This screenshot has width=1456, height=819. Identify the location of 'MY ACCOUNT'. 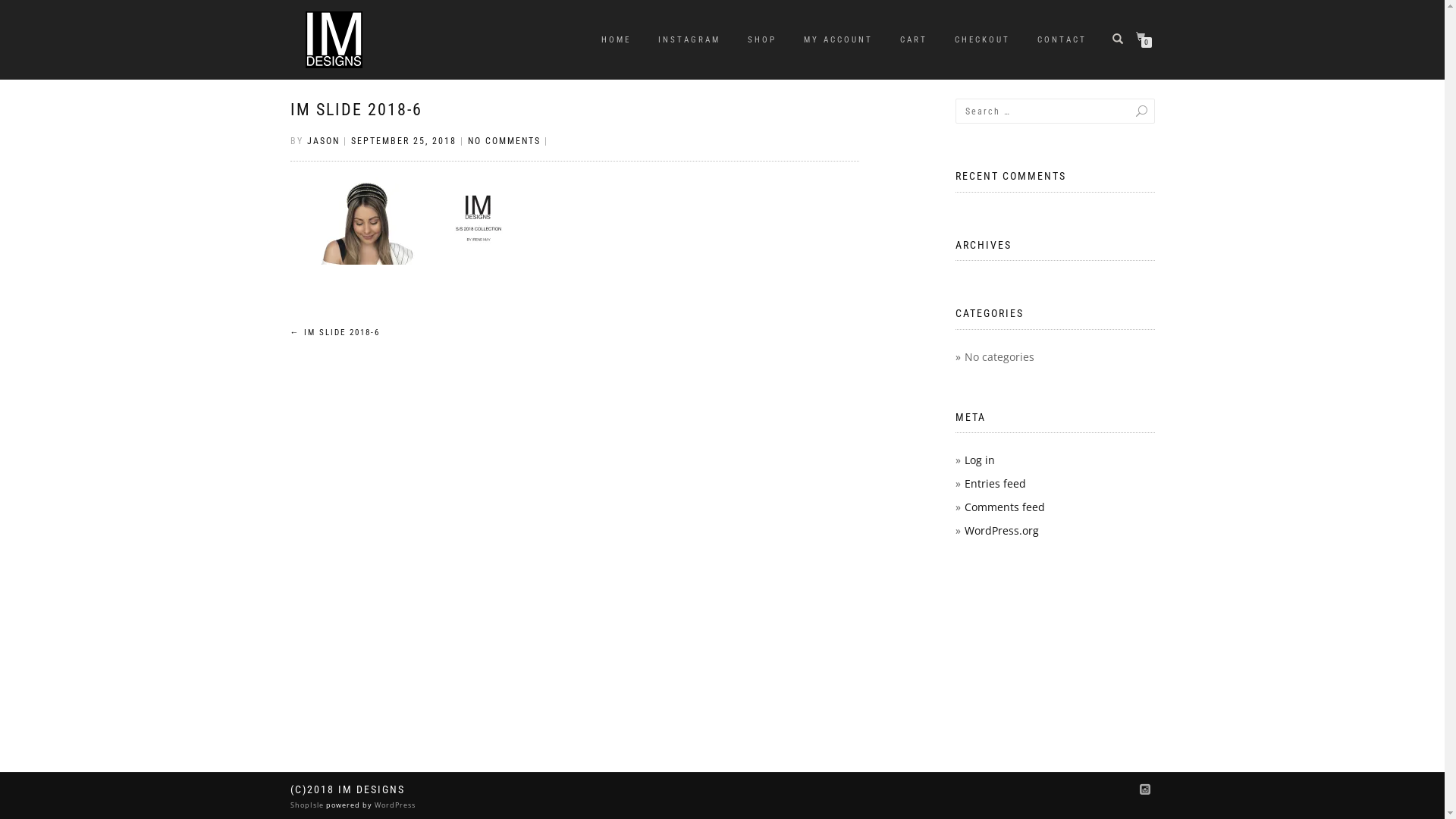
(836, 39).